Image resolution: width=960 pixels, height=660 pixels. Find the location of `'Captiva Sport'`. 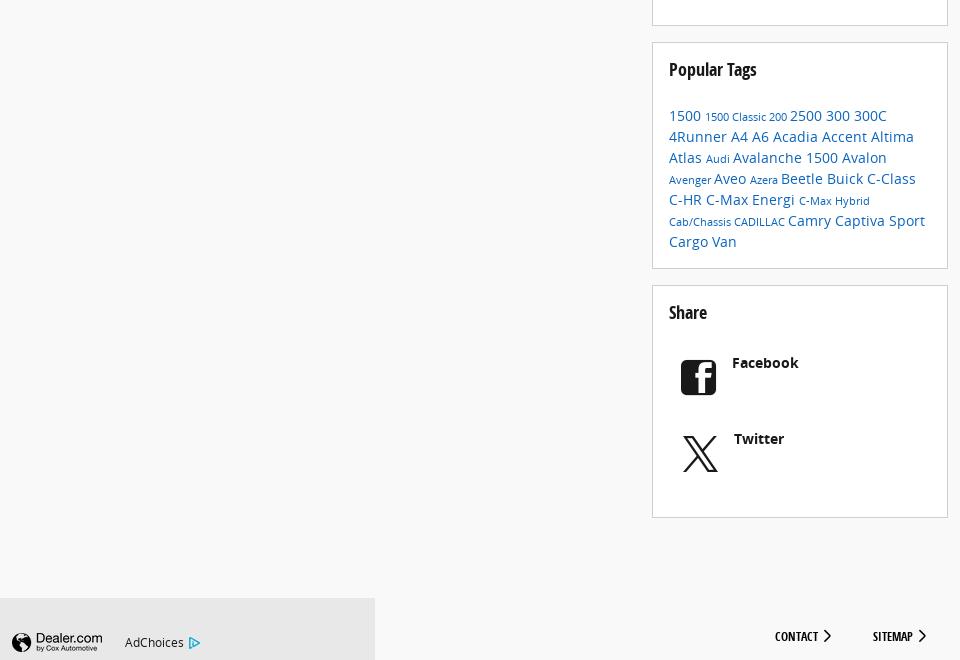

'Captiva Sport' is located at coordinates (879, 235).